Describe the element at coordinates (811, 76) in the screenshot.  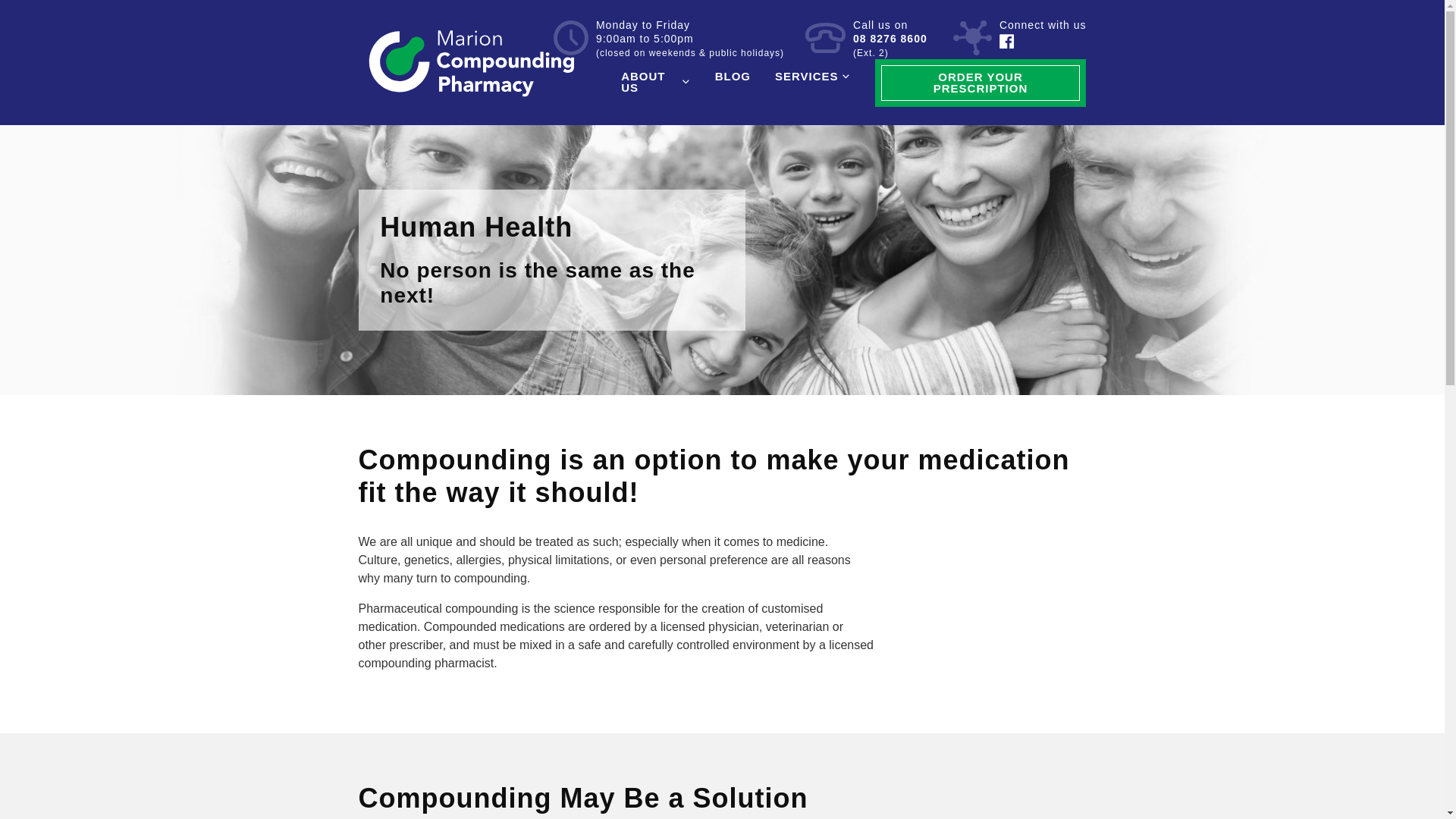
I see `'SERVICES'` at that location.